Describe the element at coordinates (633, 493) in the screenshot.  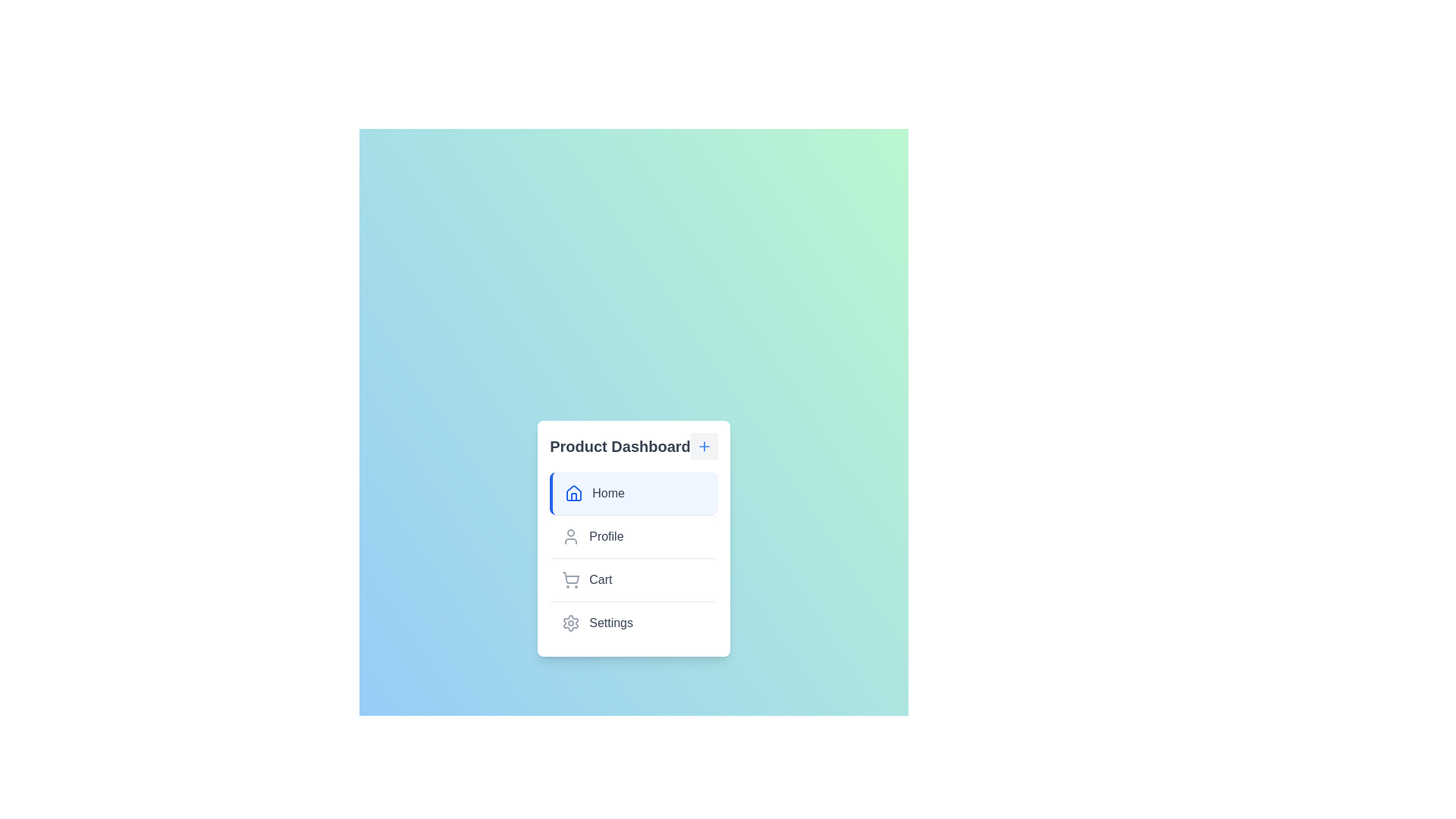
I see `the menu item labeled Home` at that location.